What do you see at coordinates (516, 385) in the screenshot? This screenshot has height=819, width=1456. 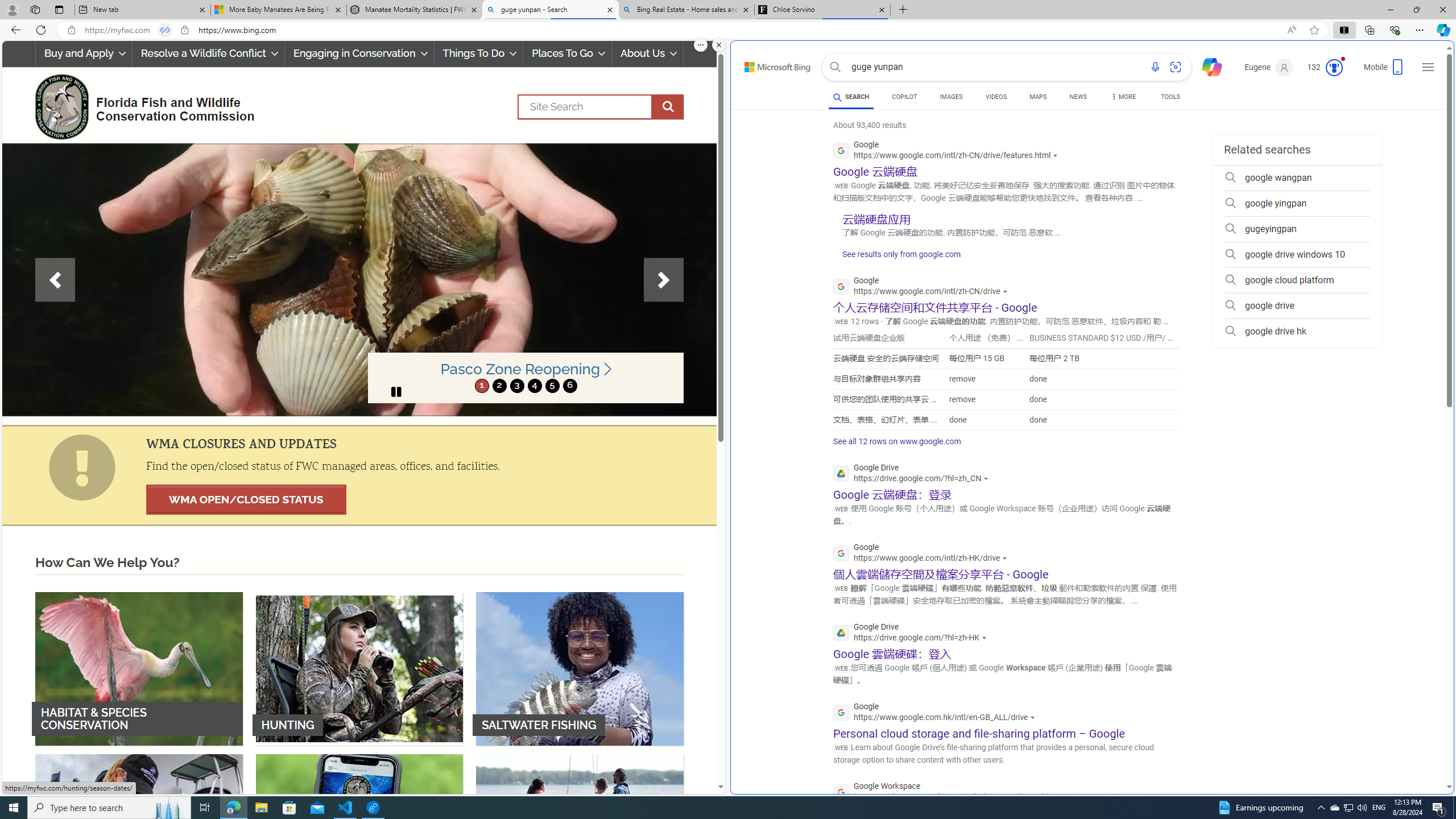 I see `'3'` at bounding box center [516, 385].